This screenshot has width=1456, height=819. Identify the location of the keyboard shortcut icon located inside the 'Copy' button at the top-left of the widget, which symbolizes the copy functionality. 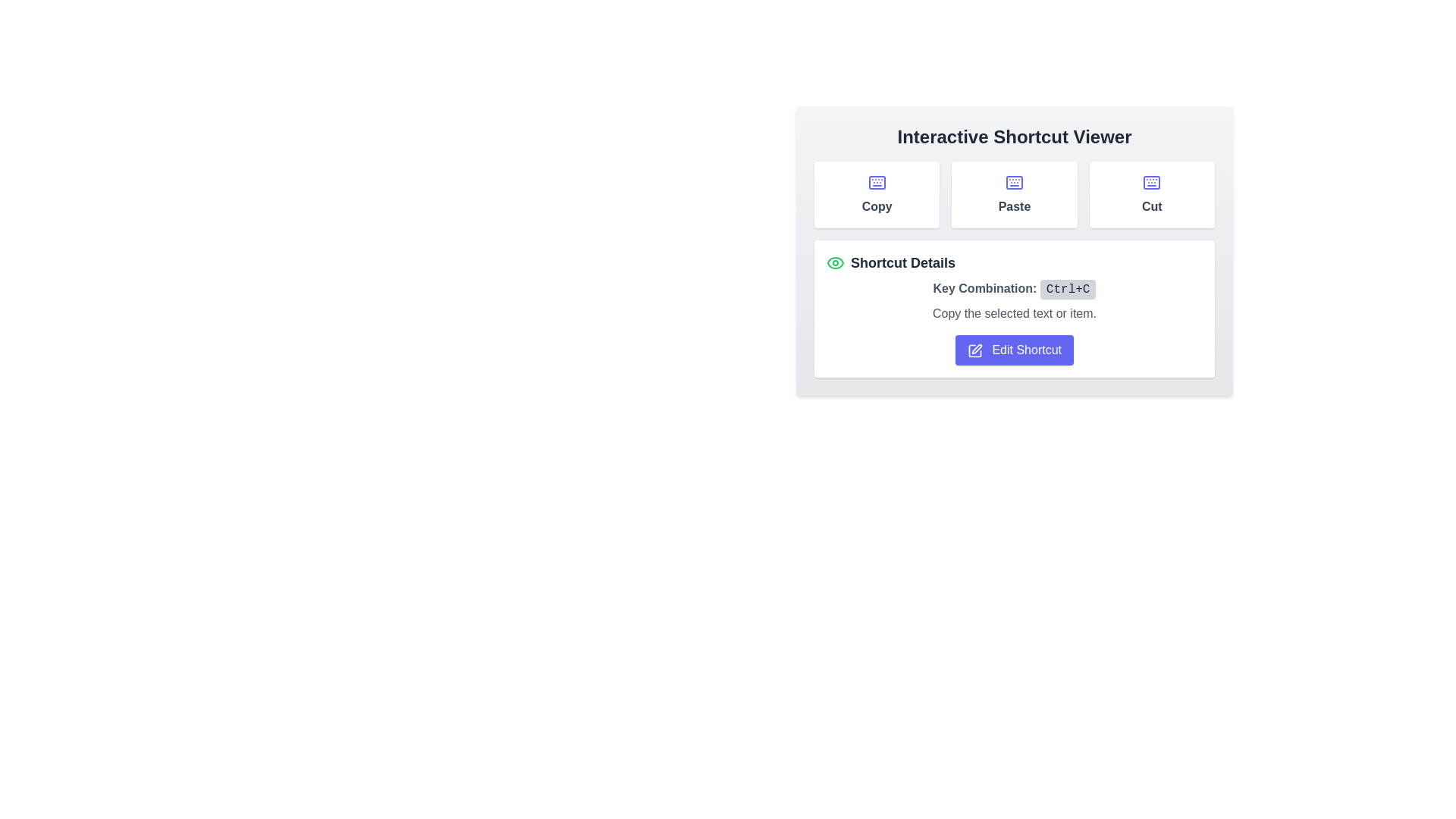
(877, 181).